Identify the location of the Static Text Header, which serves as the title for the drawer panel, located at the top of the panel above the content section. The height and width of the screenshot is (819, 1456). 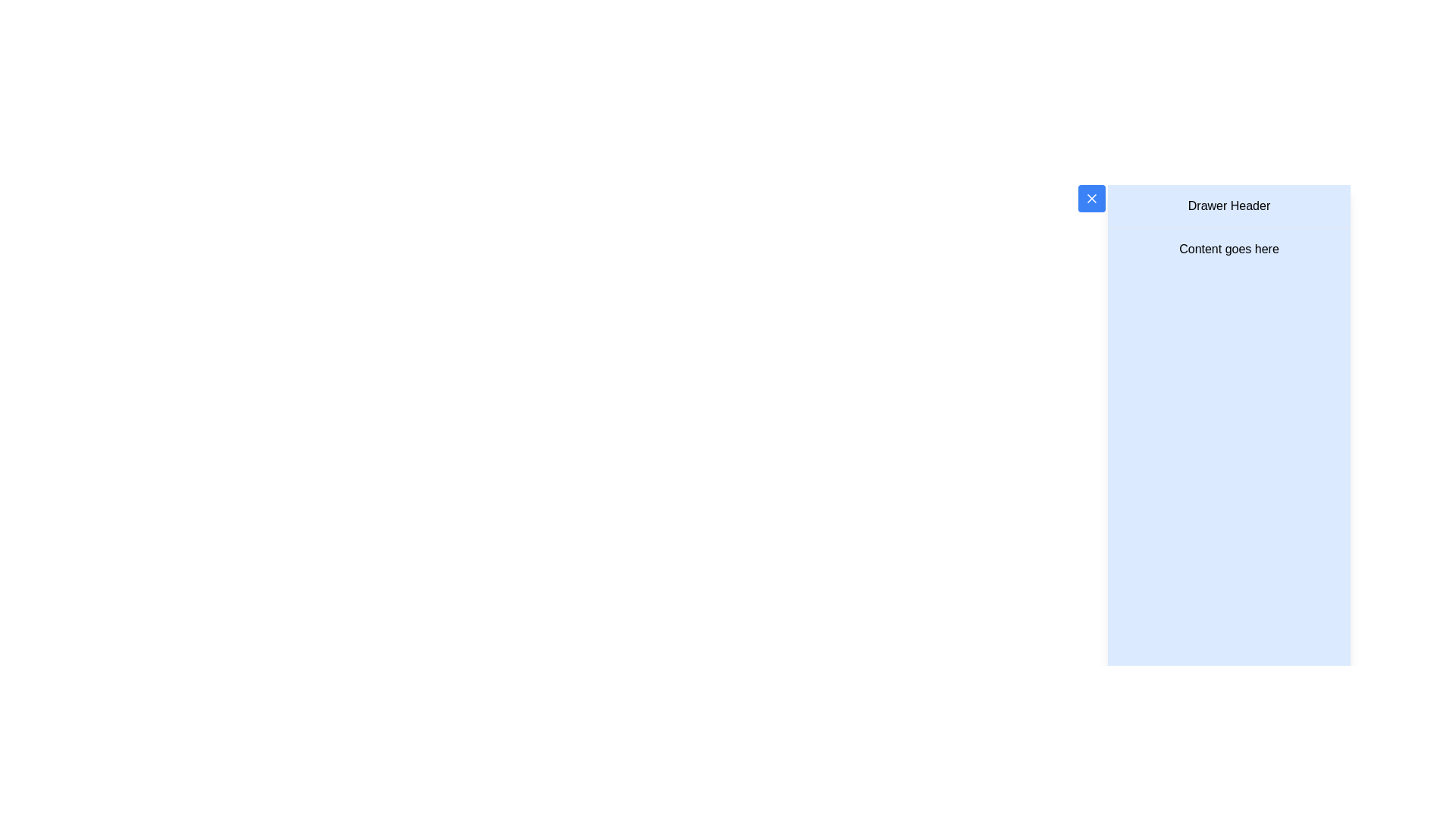
(1229, 206).